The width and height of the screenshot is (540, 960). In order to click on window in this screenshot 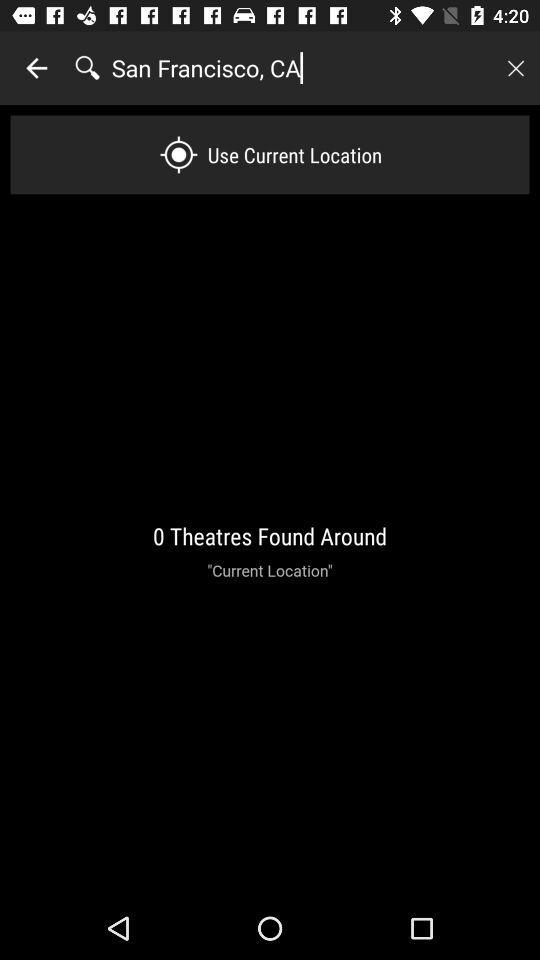, I will do `click(515, 68)`.